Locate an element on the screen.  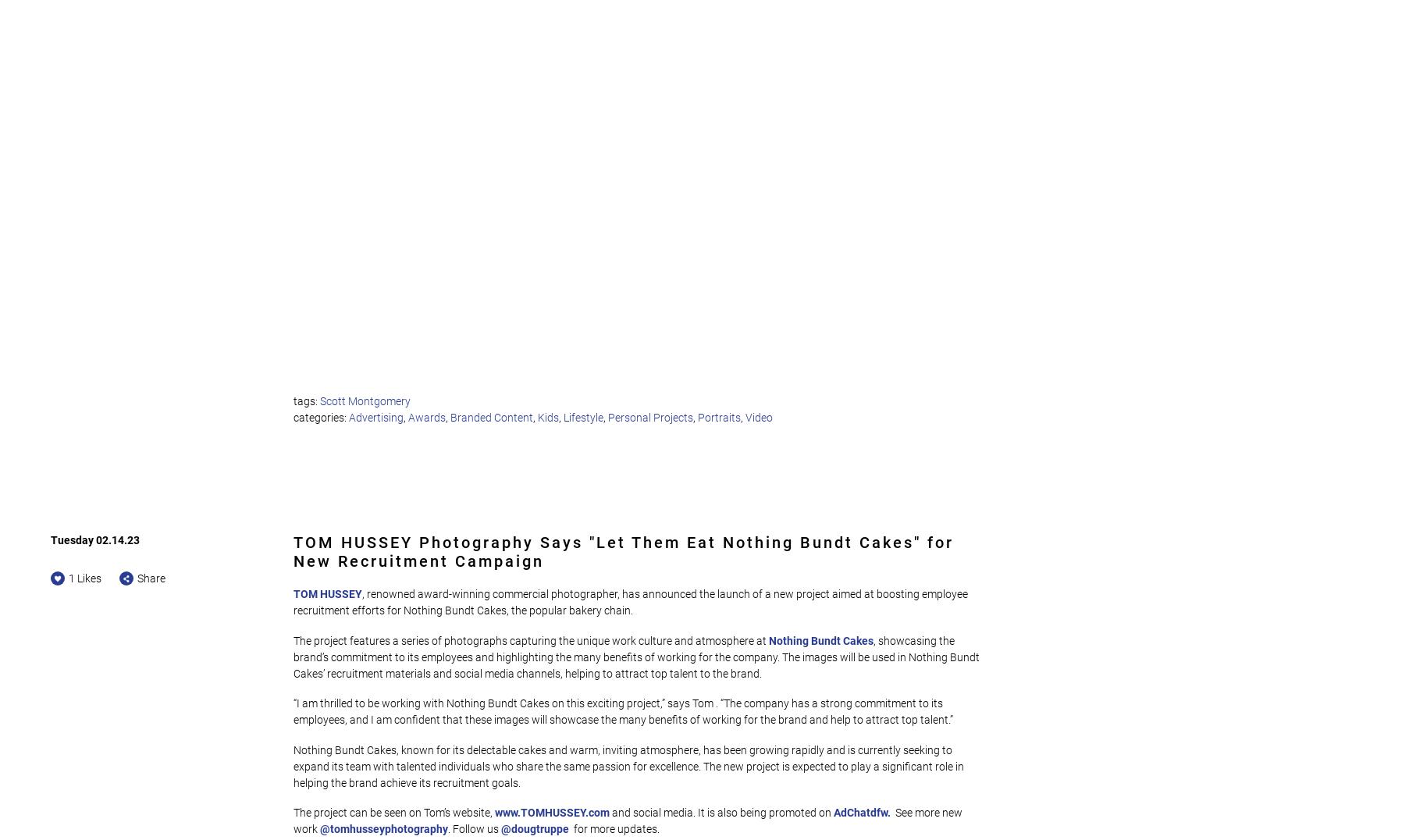
'Lifestyle' is located at coordinates (582, 417).